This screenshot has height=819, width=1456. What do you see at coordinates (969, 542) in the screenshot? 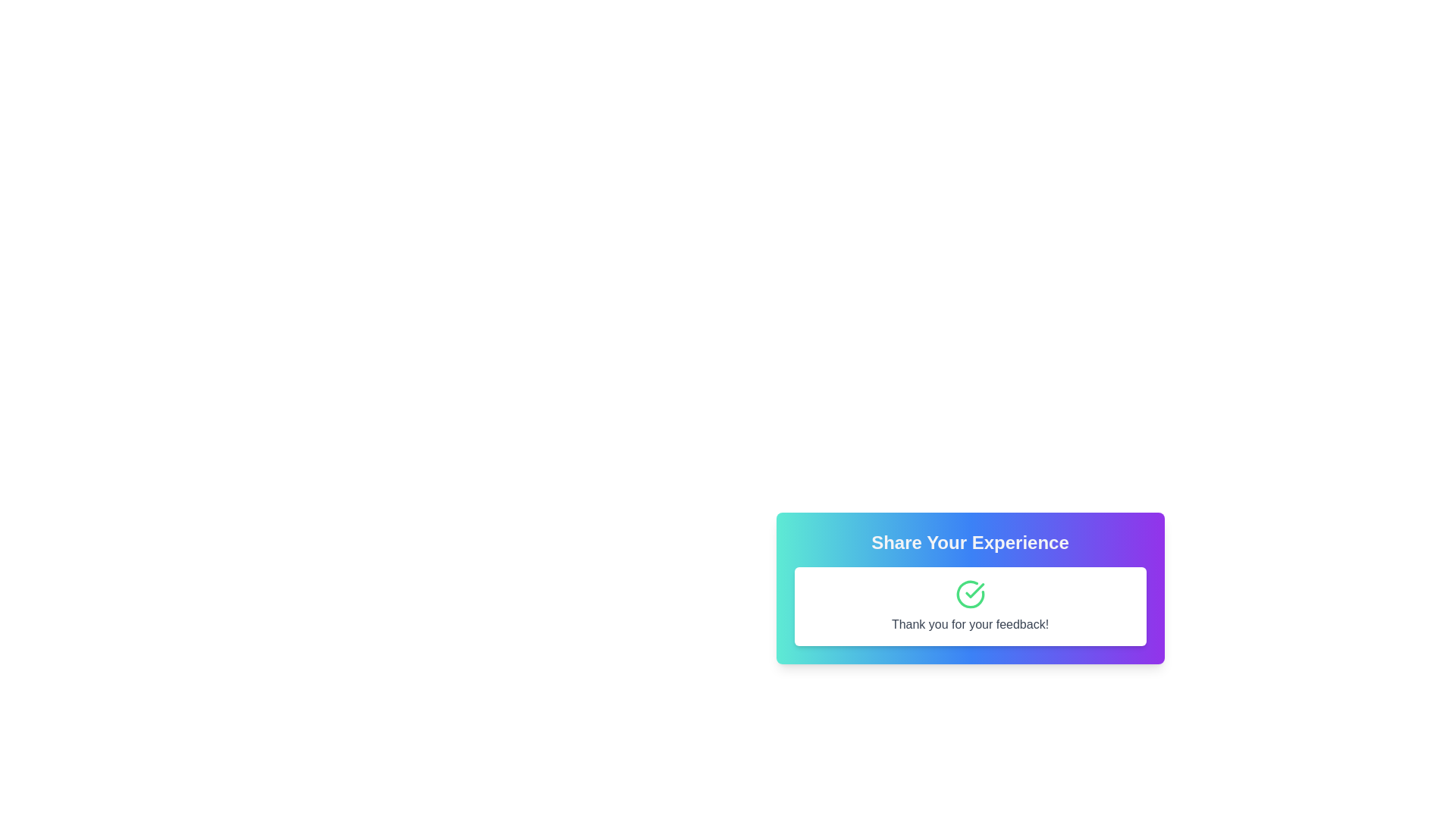
I see `the 'Share Your Experience' heading, which is a bold, extra-large white text element centered at the top of a gradient-colored panel` at bounding box center [969, 542].